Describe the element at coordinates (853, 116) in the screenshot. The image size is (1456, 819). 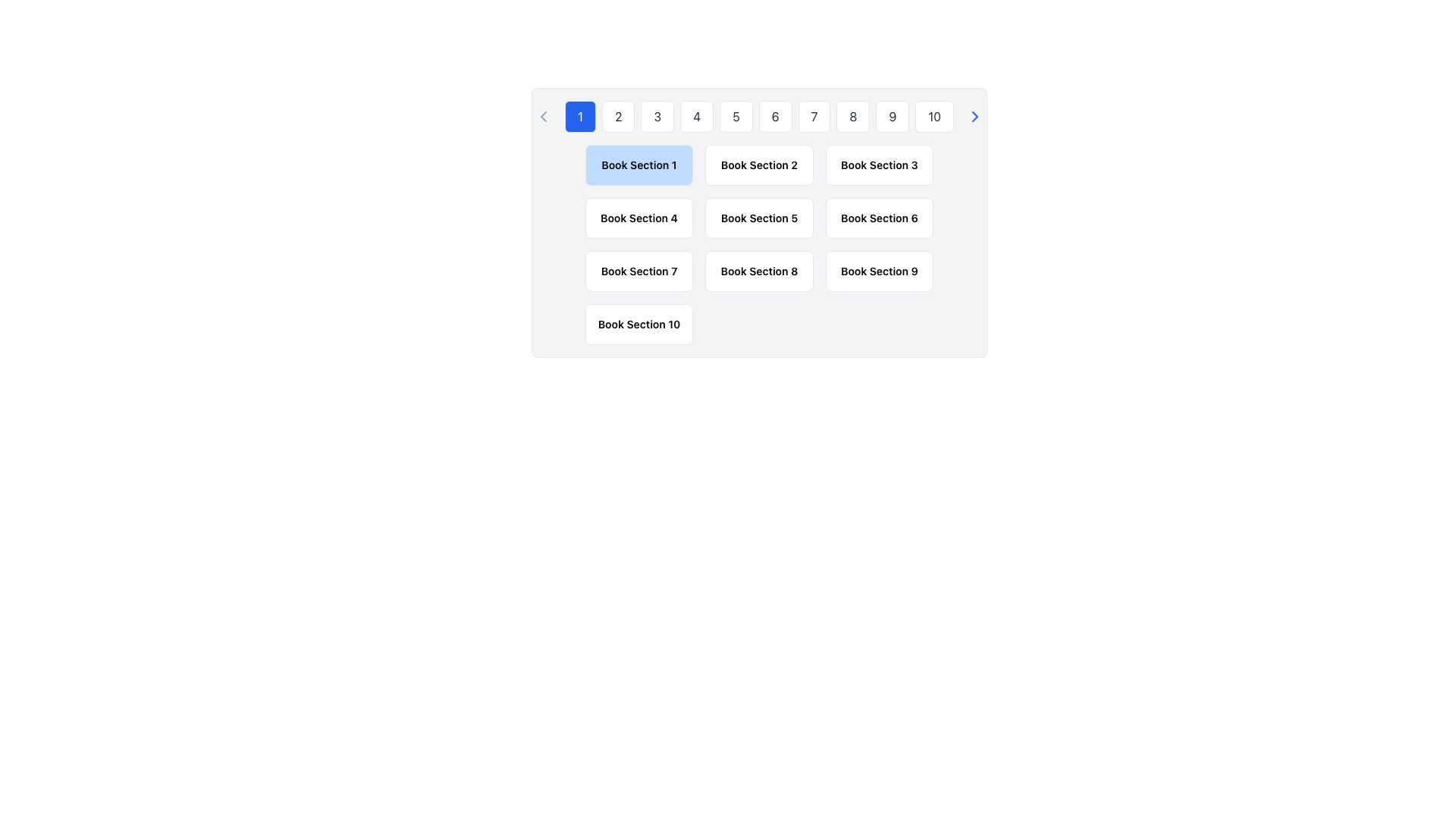
I see `the eighth button in the horizontal sequence of numbered buttons to trigger visual feedback` at that location.